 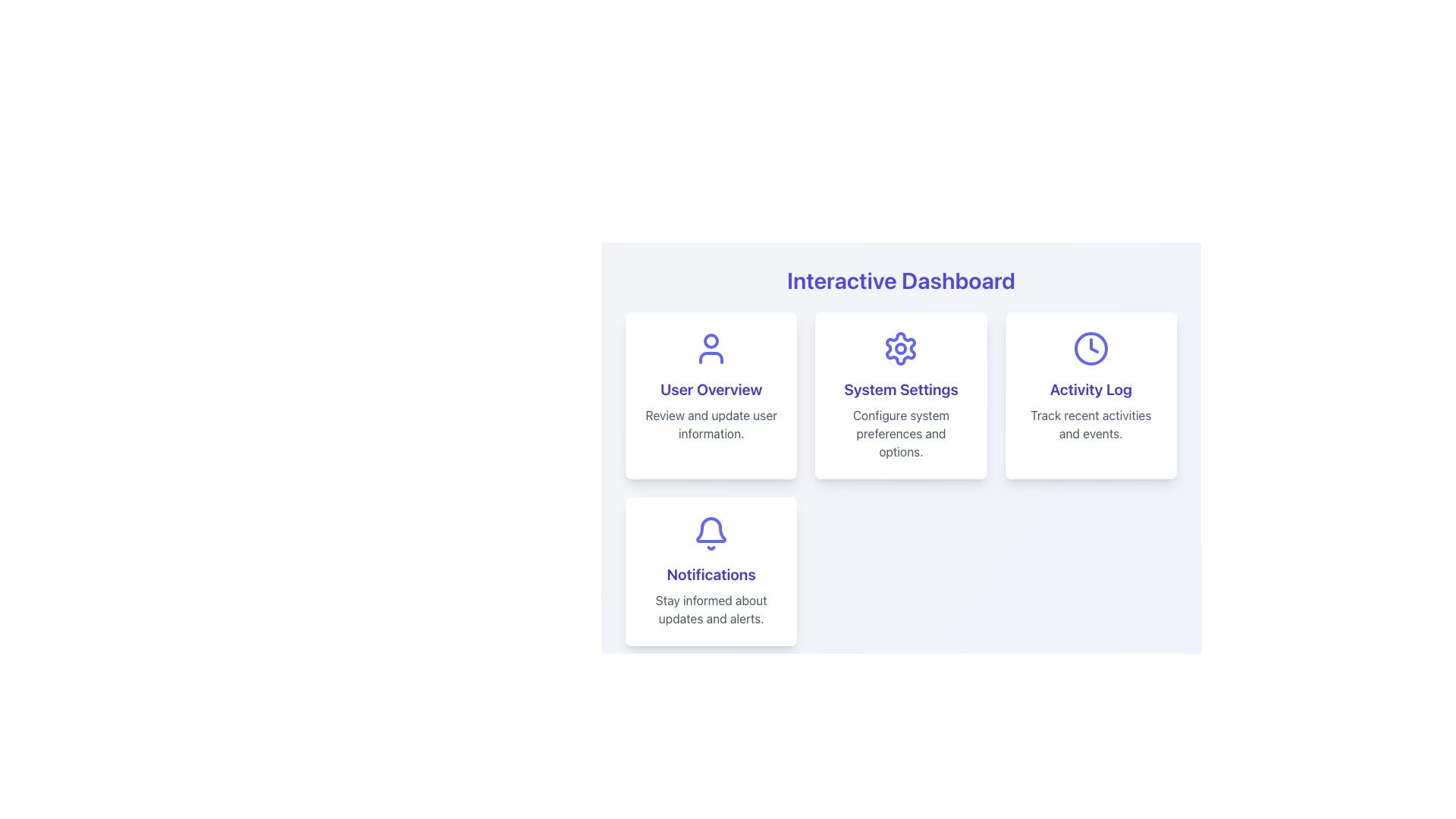 I want to click on the center card in the top row of the grid that provides access to system preferences and configurable options, so click(x=901, y=394).